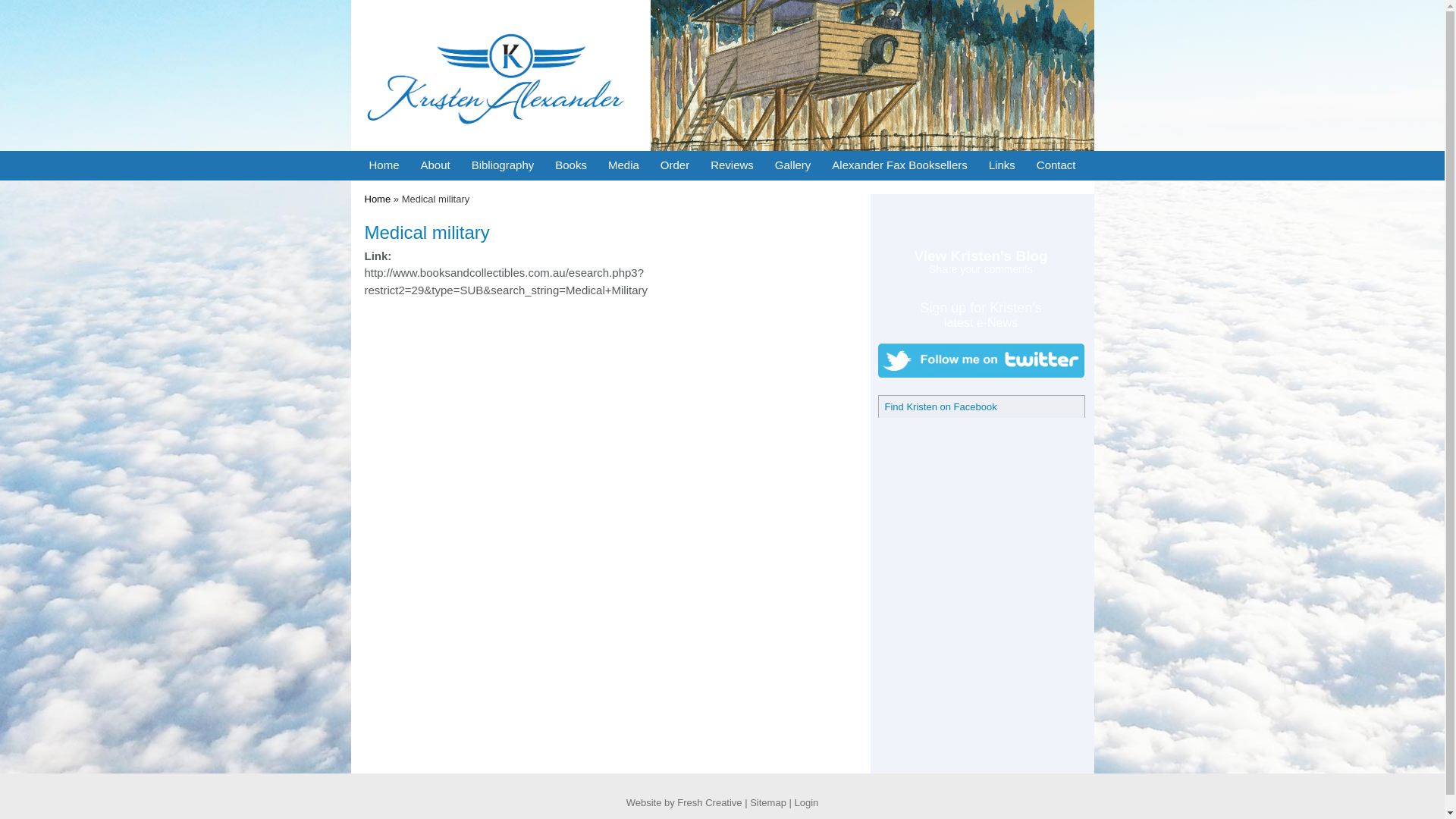  I want to click on 'Order', so click(673, 165).